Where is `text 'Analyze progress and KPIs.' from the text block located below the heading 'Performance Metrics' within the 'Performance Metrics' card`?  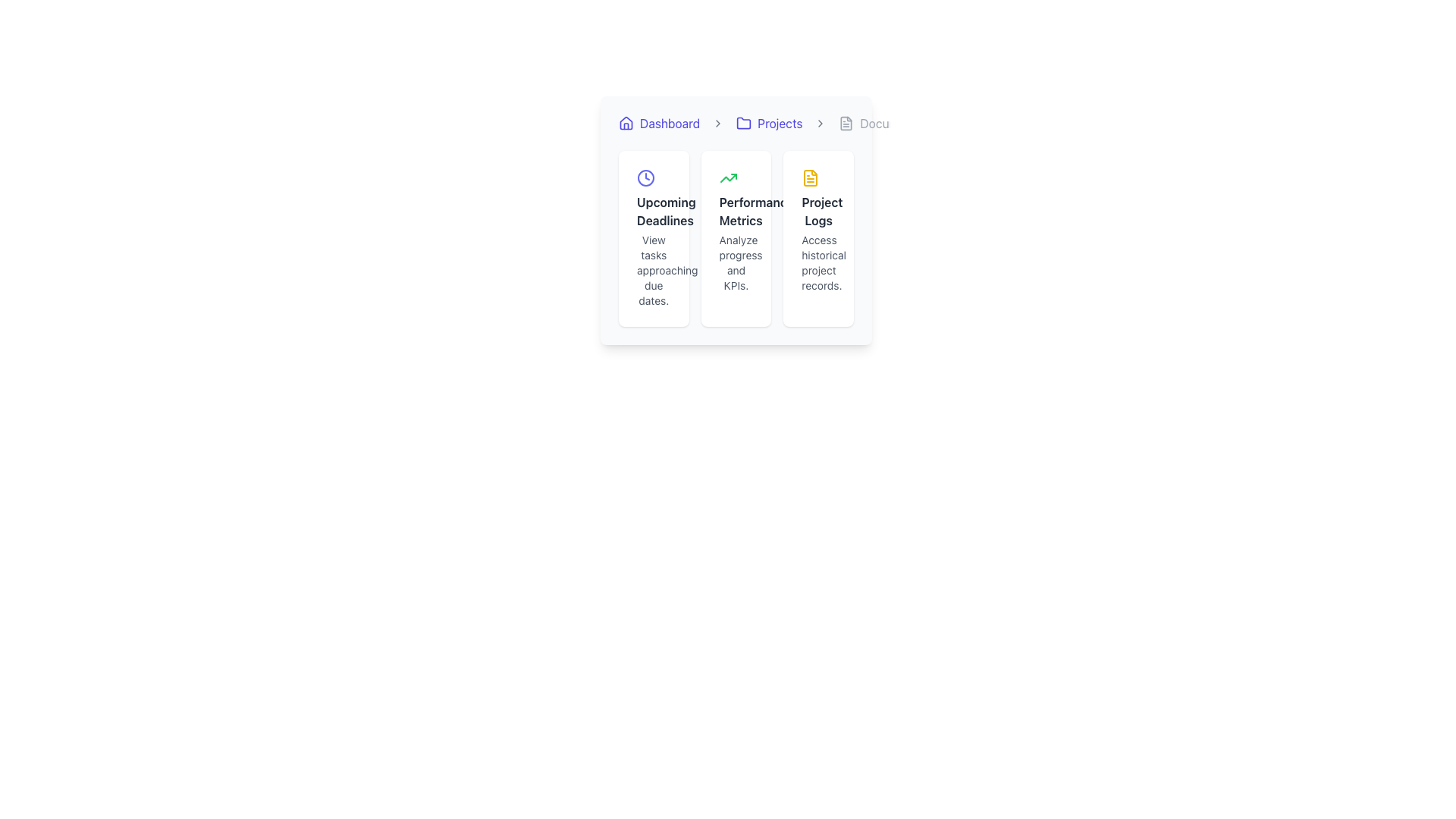 text 'Analyze progress and KPIs.' from the text block located below the heading 'Performance Metrics' within the 'Performance Metrics' card is located at coordinates (736, 262).